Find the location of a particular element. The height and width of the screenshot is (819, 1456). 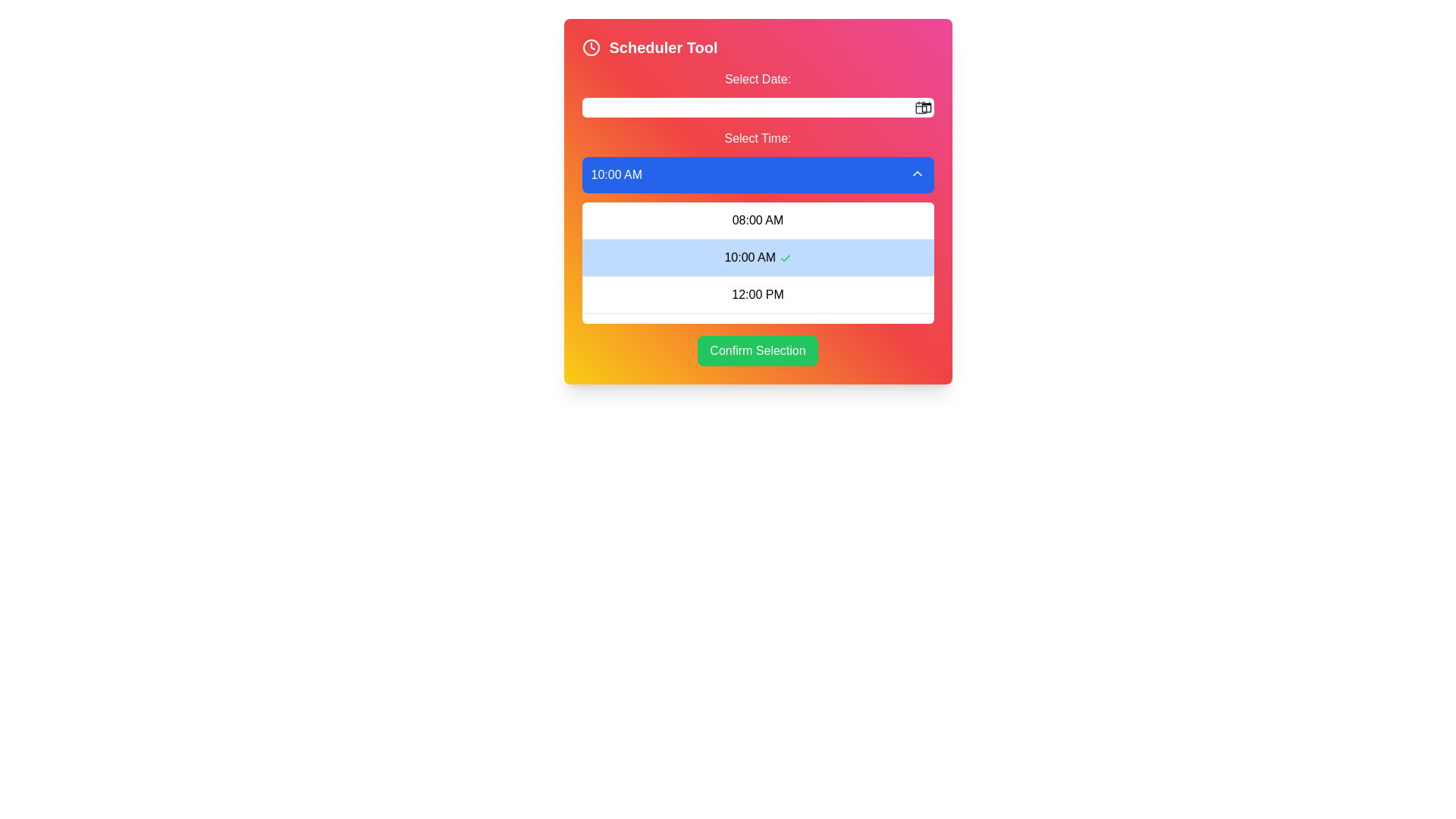

the highlighted text element displaying '08:00 AM' is located at coordinates (758, 220).